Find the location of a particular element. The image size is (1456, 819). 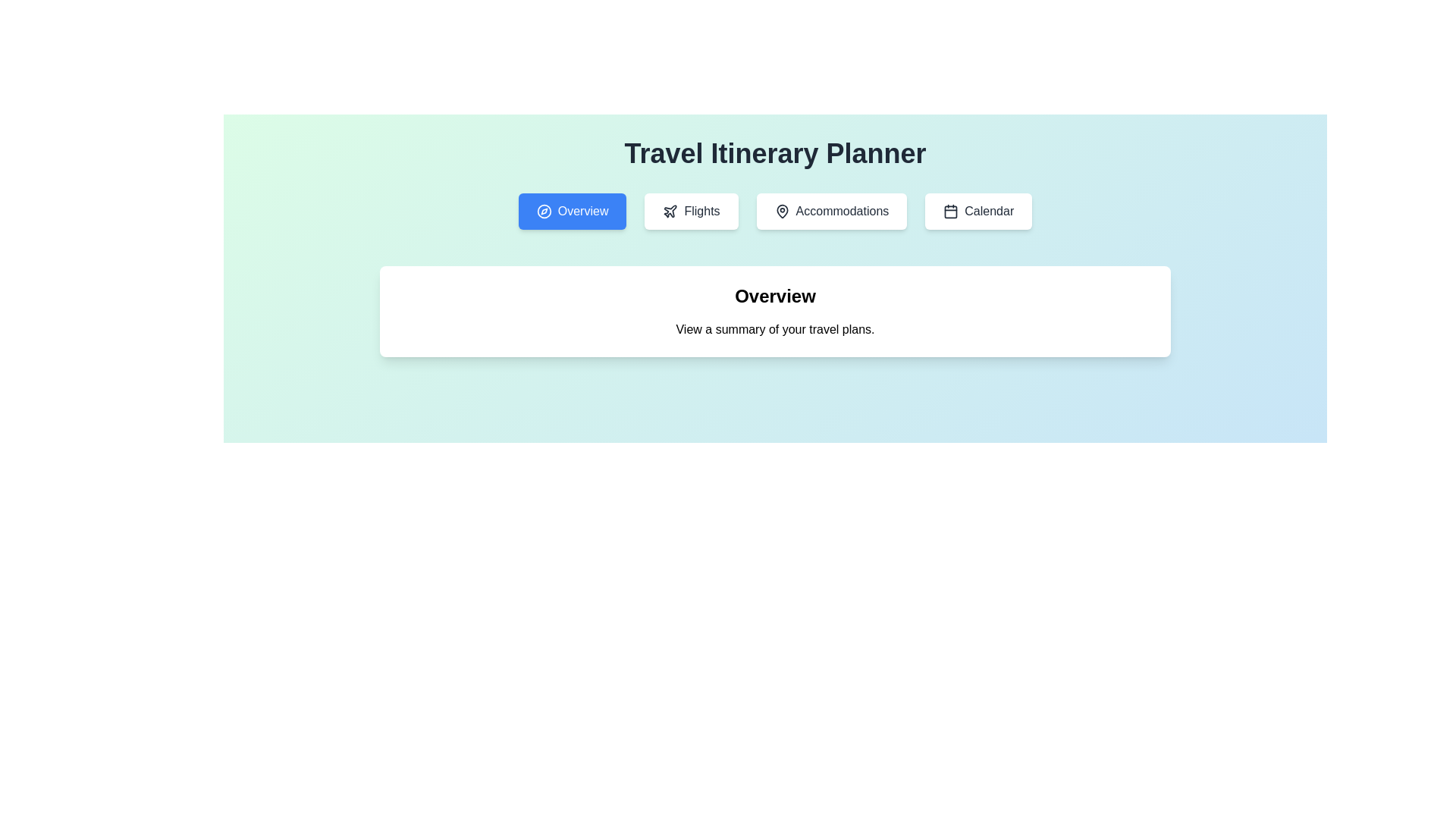

the rectangular shape with rounded corners that is part of the calendar icon, which is labeled 'Calendar' and positioned in the navigation button group is located at coordinates (950, 212).